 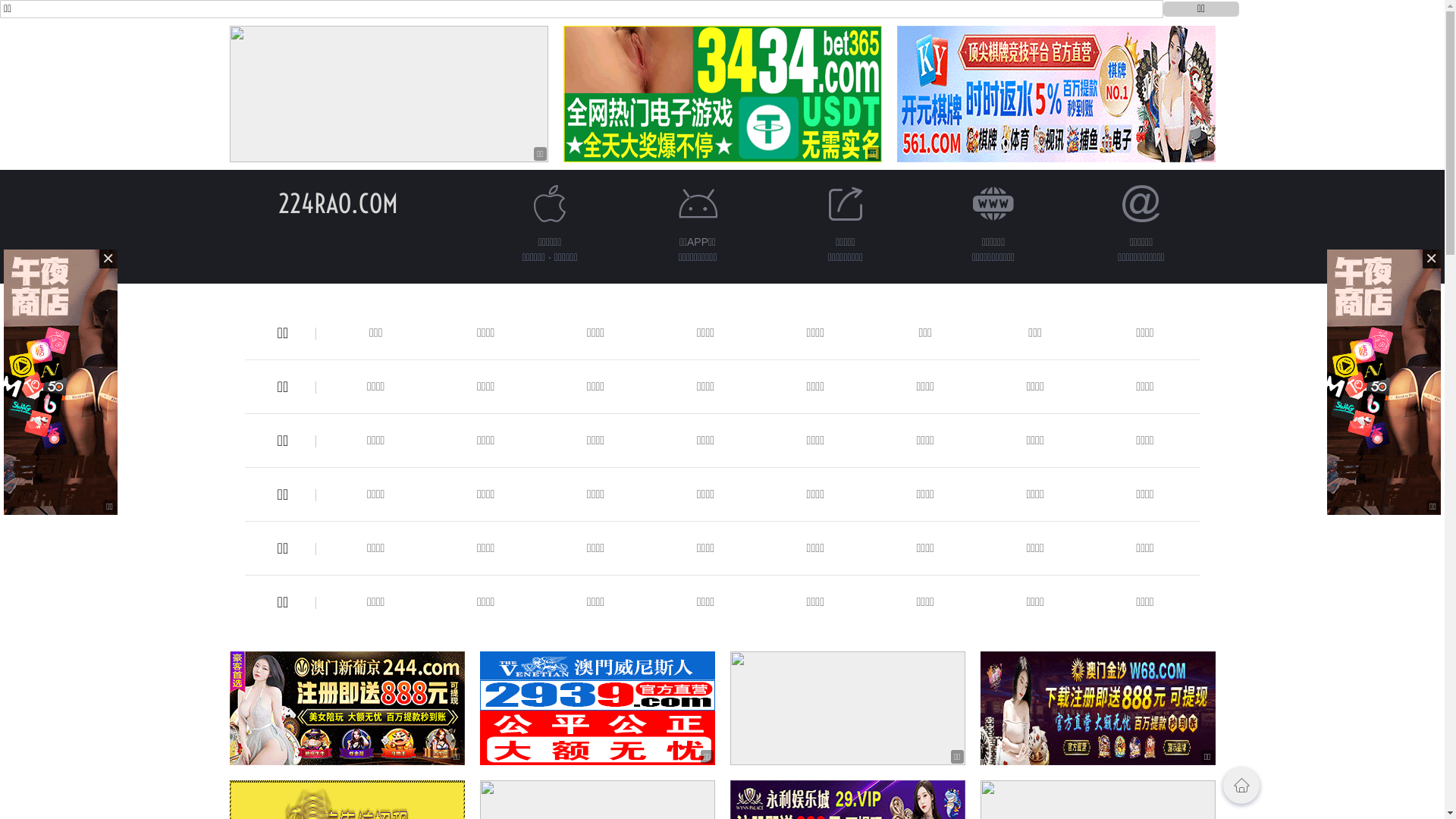 What do you see at coordinates (277, 202) in the screenshot?
I see `'224RAO.COM'` at bounding box center [277, 202].